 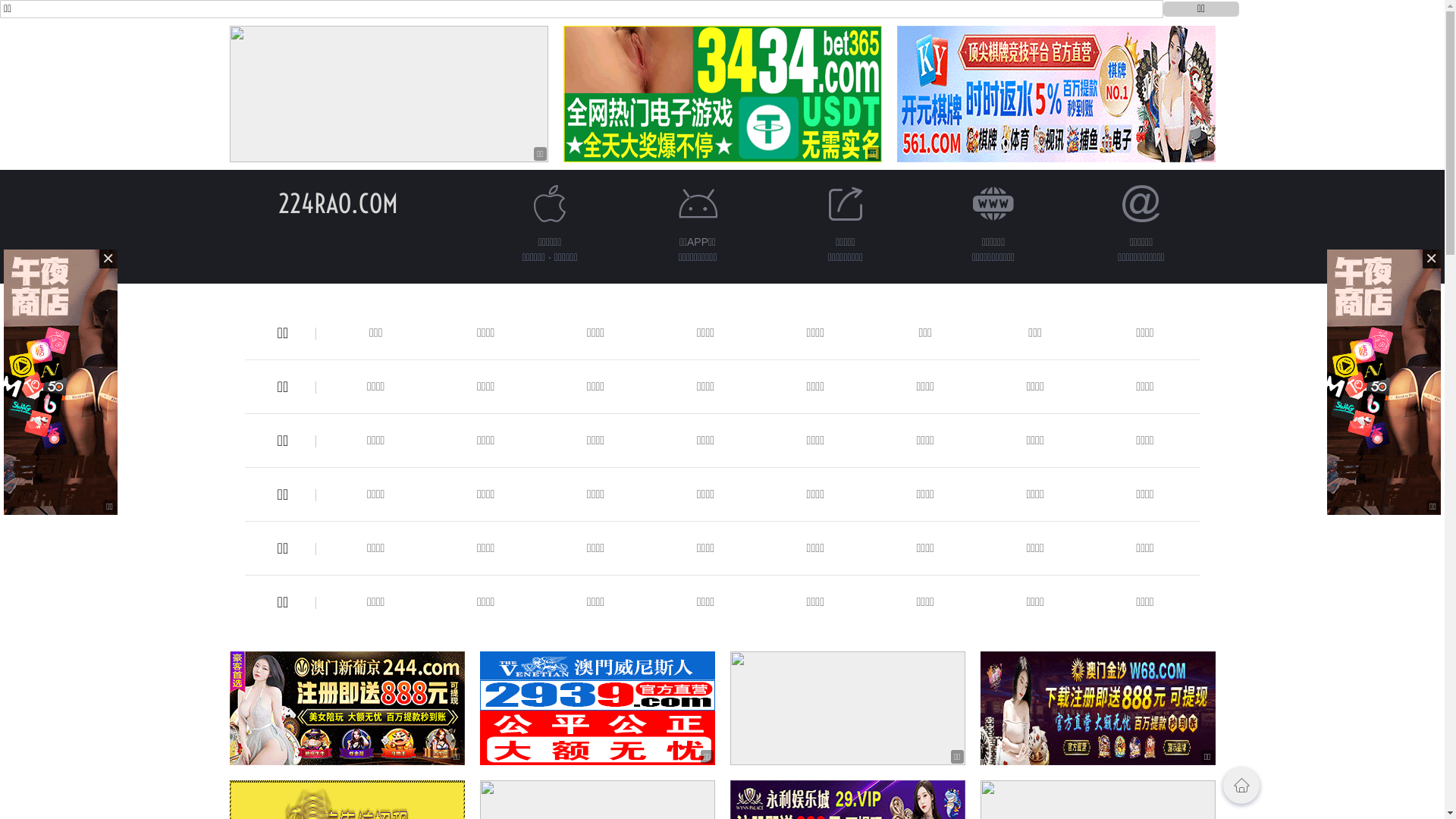 What do you see at coordinates (277, 202) in the screenshot?
I see `'224RAO.COM'` at bounding box center [277, 202].